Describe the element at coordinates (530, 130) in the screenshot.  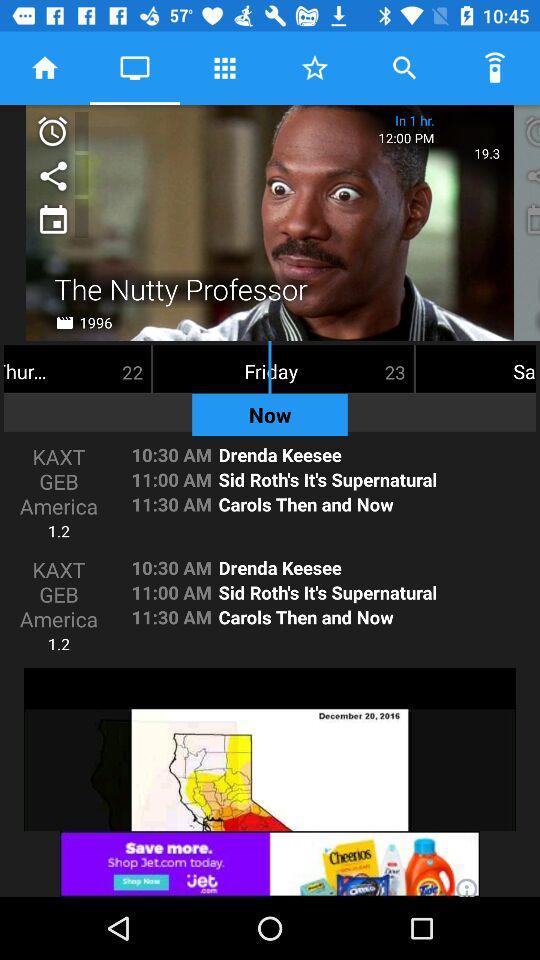
I see `the arrow_backward icon` at that location.